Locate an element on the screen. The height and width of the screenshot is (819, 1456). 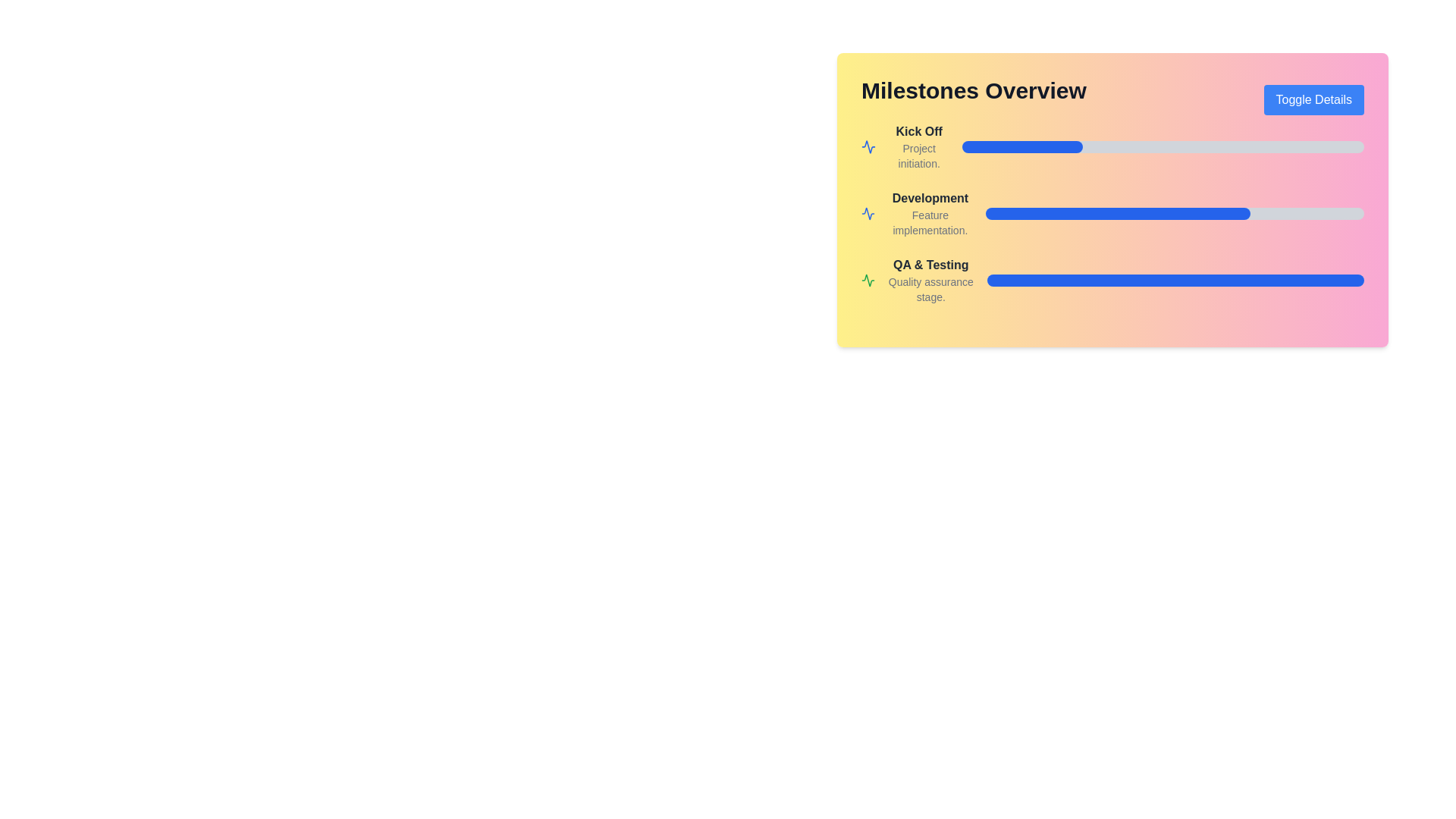
the 'Toggle Details' button in the 'Milestones Overview' section to prepare for interaction is located at coordinates (1112, 99).